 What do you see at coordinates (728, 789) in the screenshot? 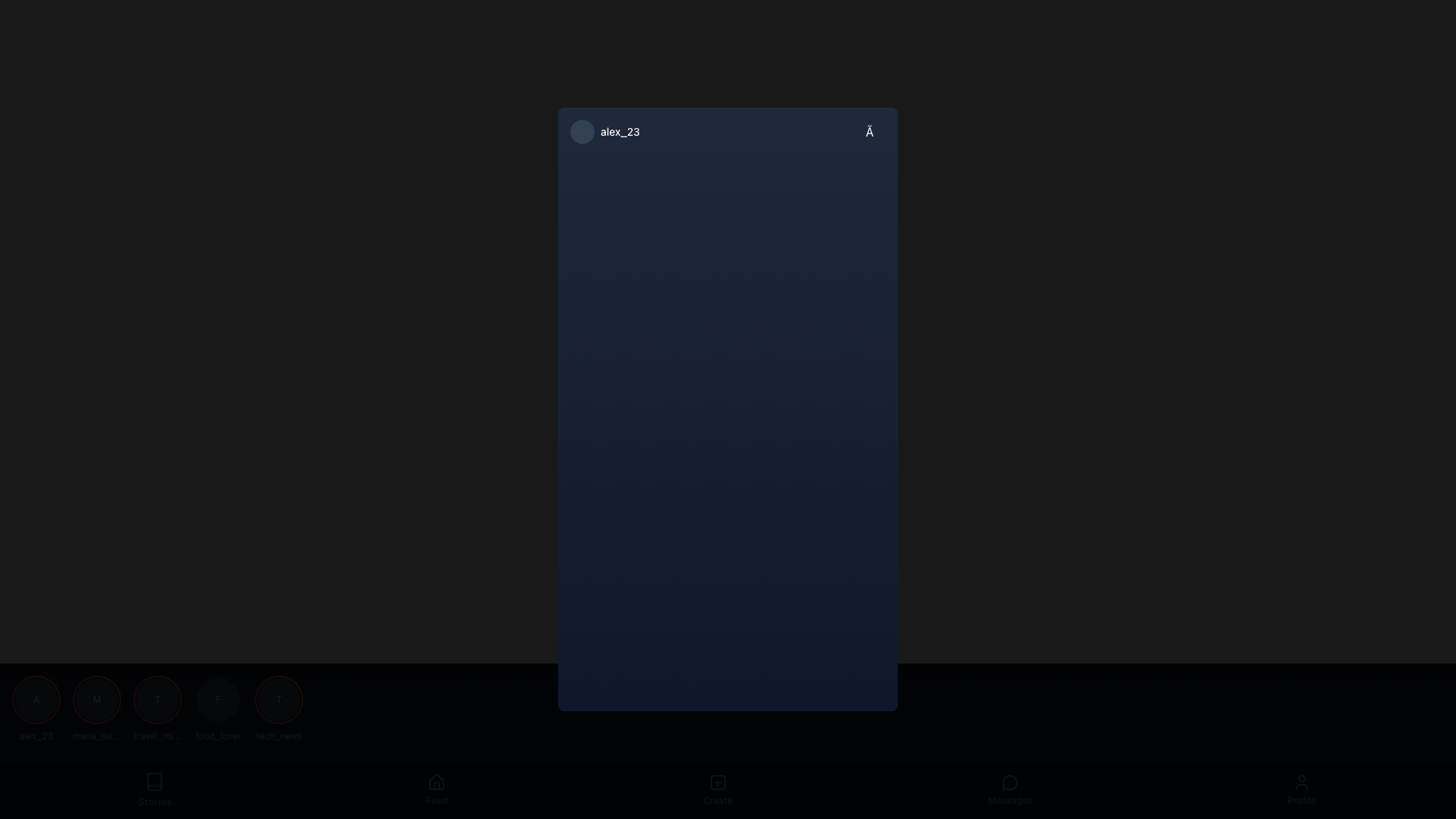
I see `the 'Create' segment in the bottom navigation bar, which is the third segment from the left and is visually distinguished by its larger size and blue color` at bounding box center [728, 789].